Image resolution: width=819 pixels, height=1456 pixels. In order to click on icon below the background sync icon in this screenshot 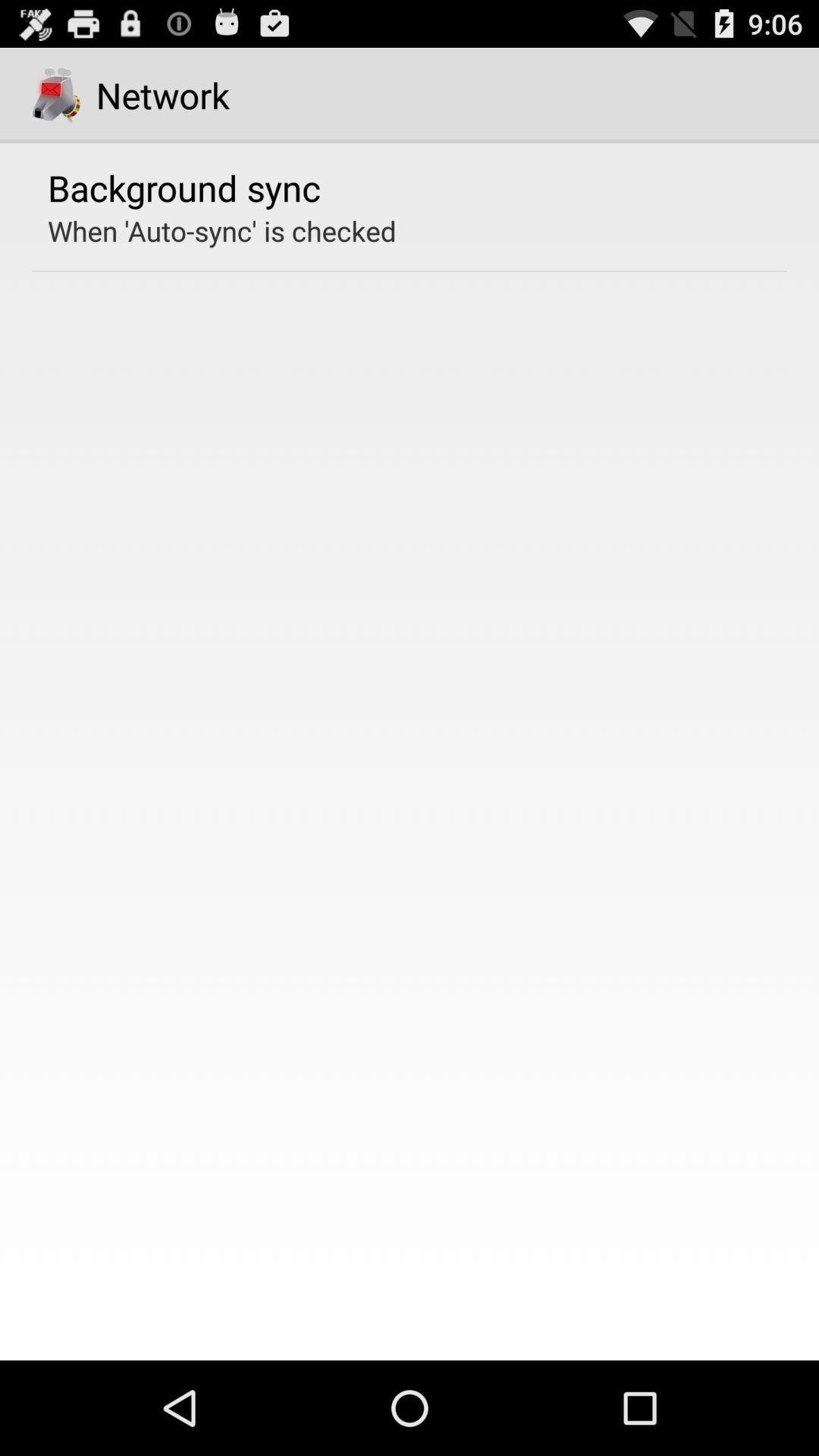, I will do `click(221, 230)`.